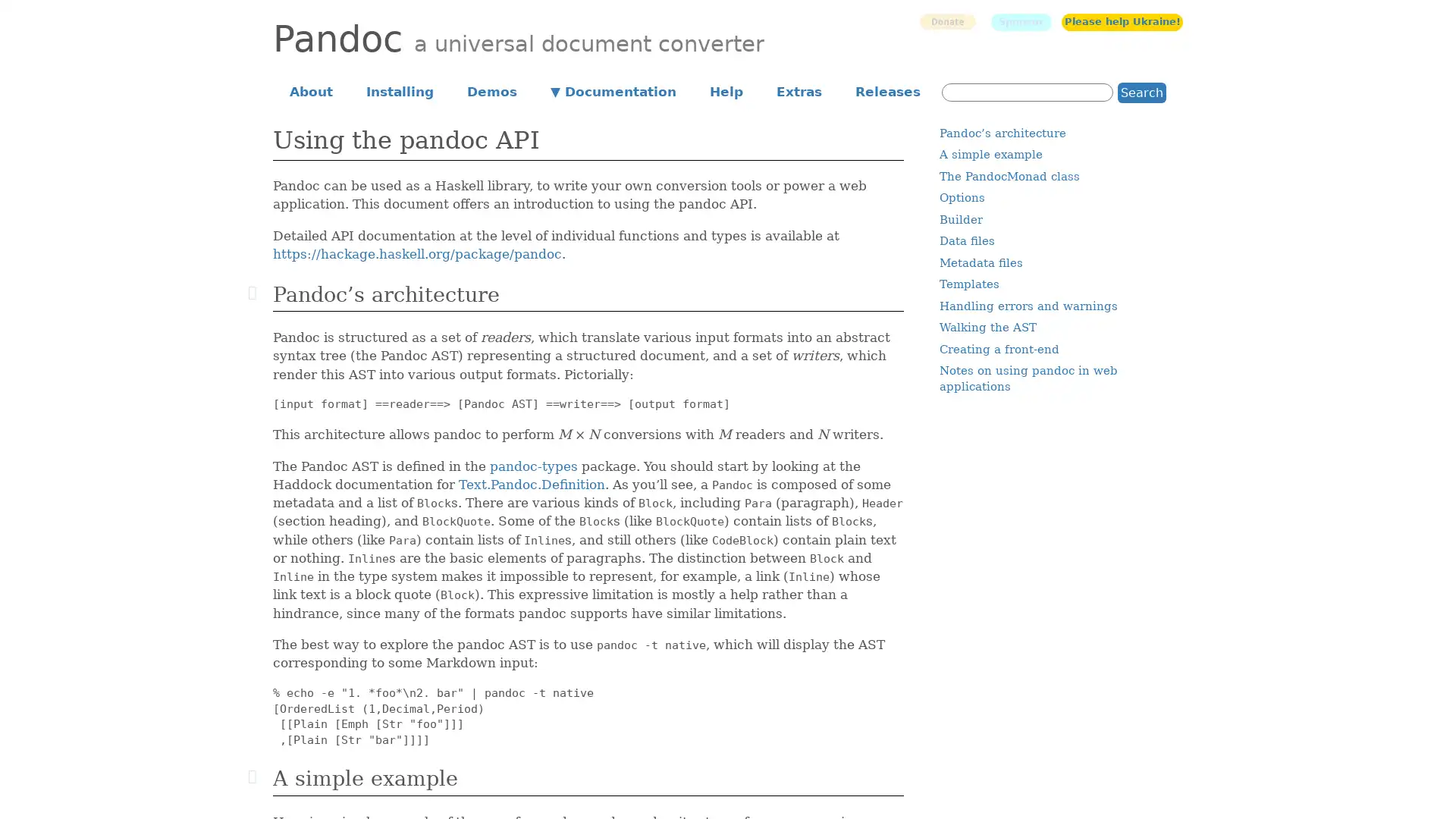  Describe the element at coordinates (613, 90) in the screenshot. I see `Documentation` at that location.